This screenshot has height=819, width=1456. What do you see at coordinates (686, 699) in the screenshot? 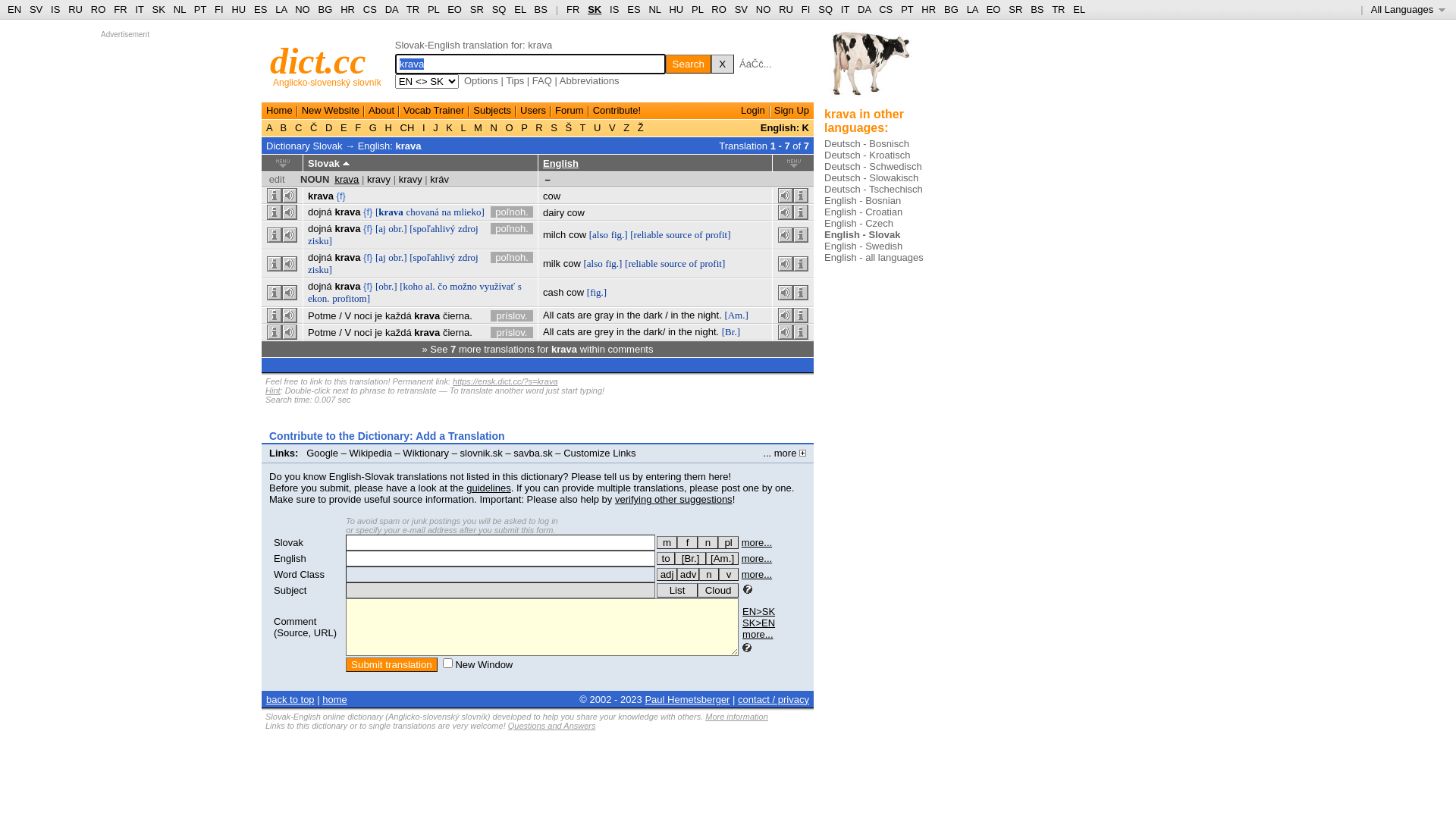
I see `'Paul Hemetsberger'` at bounding box center [686, 699].